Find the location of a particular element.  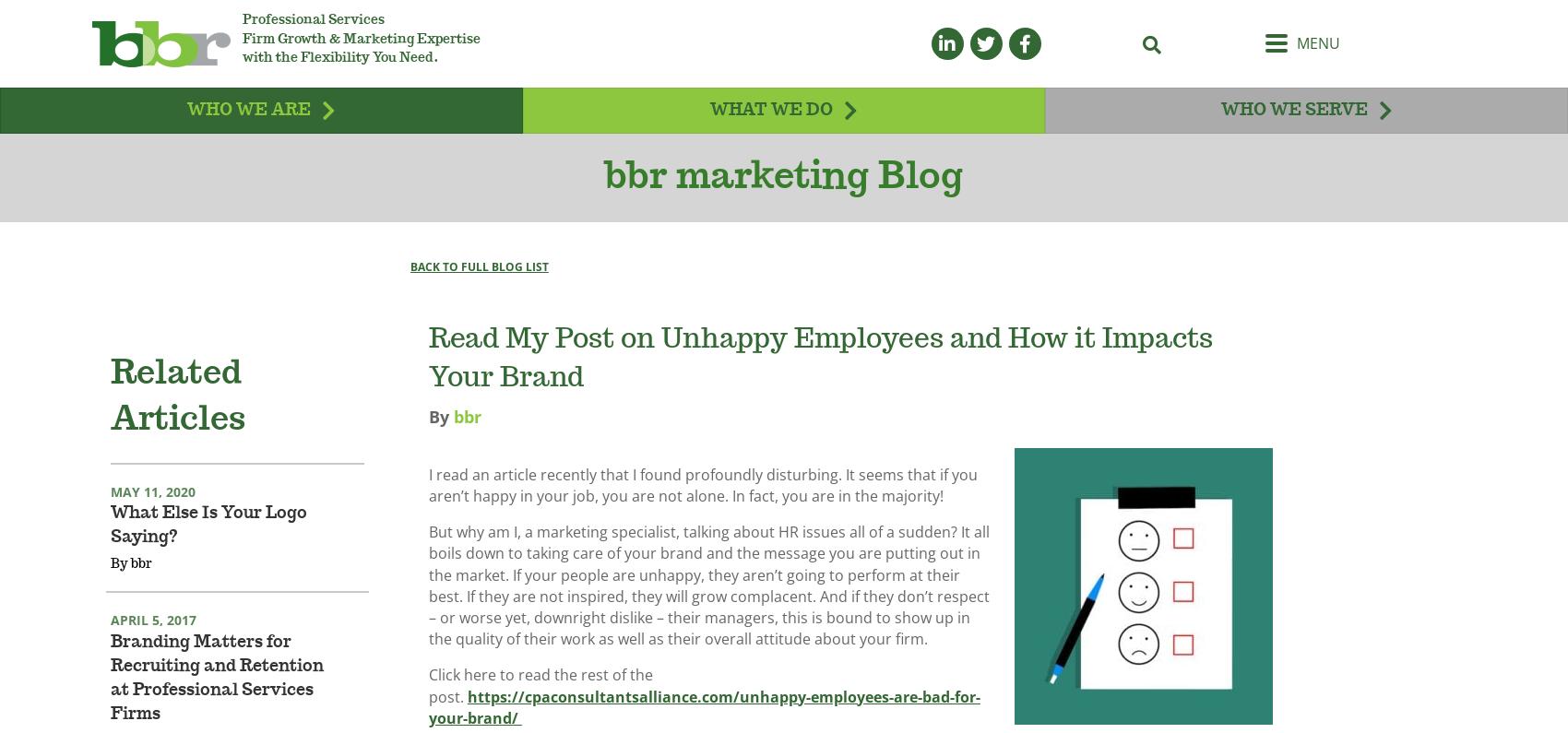

'But why am I, a marketing specialist, talking about HR issues all of a sudden? It all boils down to taking care of your brand and the message you are putting out in the market. If your people are unhappy, they aren’t going to perform at their best. If they are not inspired, they will grow complacent. And if they don’t respect – or worse yet, downright dislike – their managers, this is bound to show up in the quality of their work as well as their overall attitude about your firm.' is located at coordinates (427, 609).